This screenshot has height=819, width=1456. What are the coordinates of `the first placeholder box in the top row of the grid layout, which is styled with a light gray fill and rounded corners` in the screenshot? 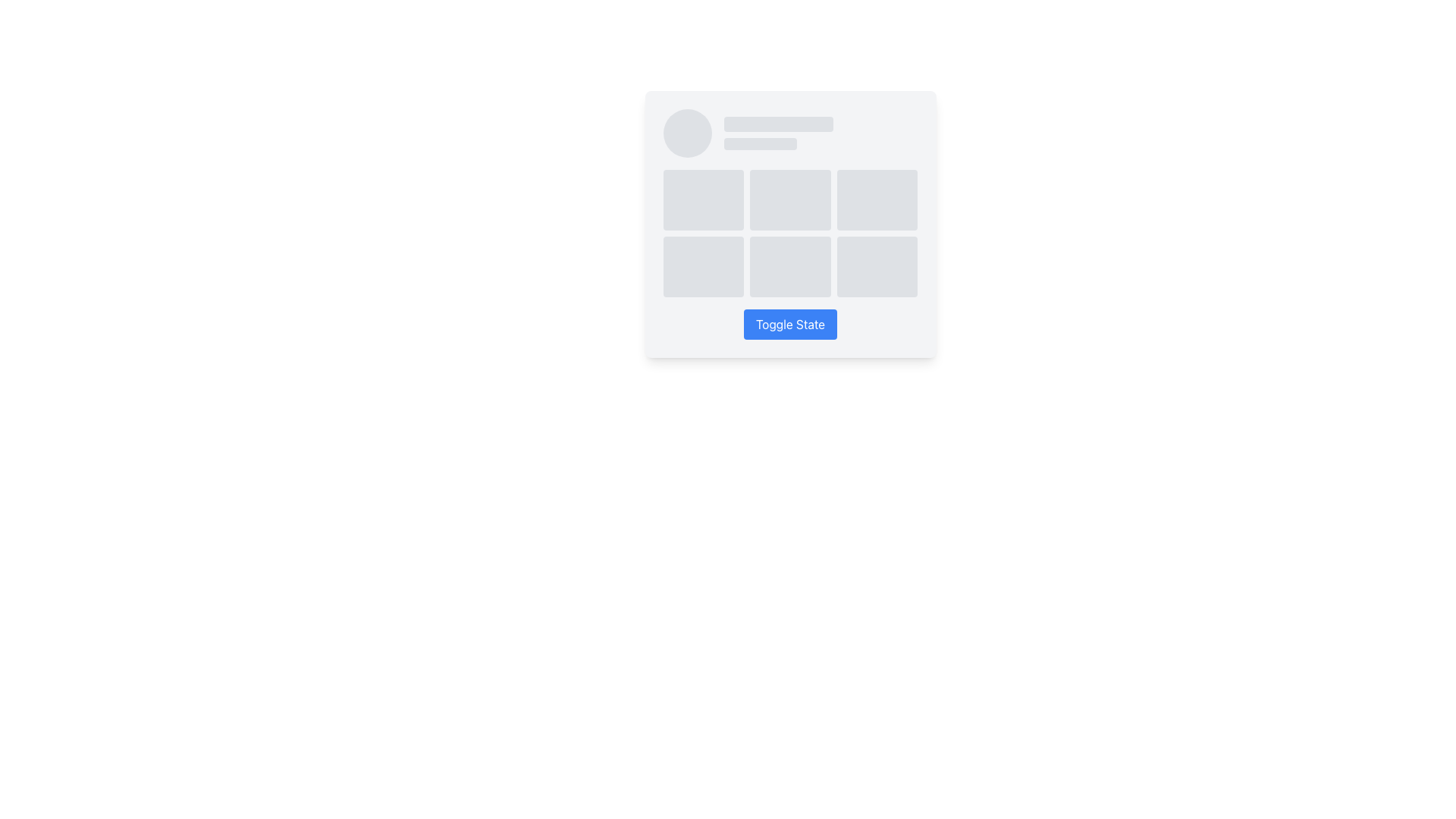 It's located at (702, 199).